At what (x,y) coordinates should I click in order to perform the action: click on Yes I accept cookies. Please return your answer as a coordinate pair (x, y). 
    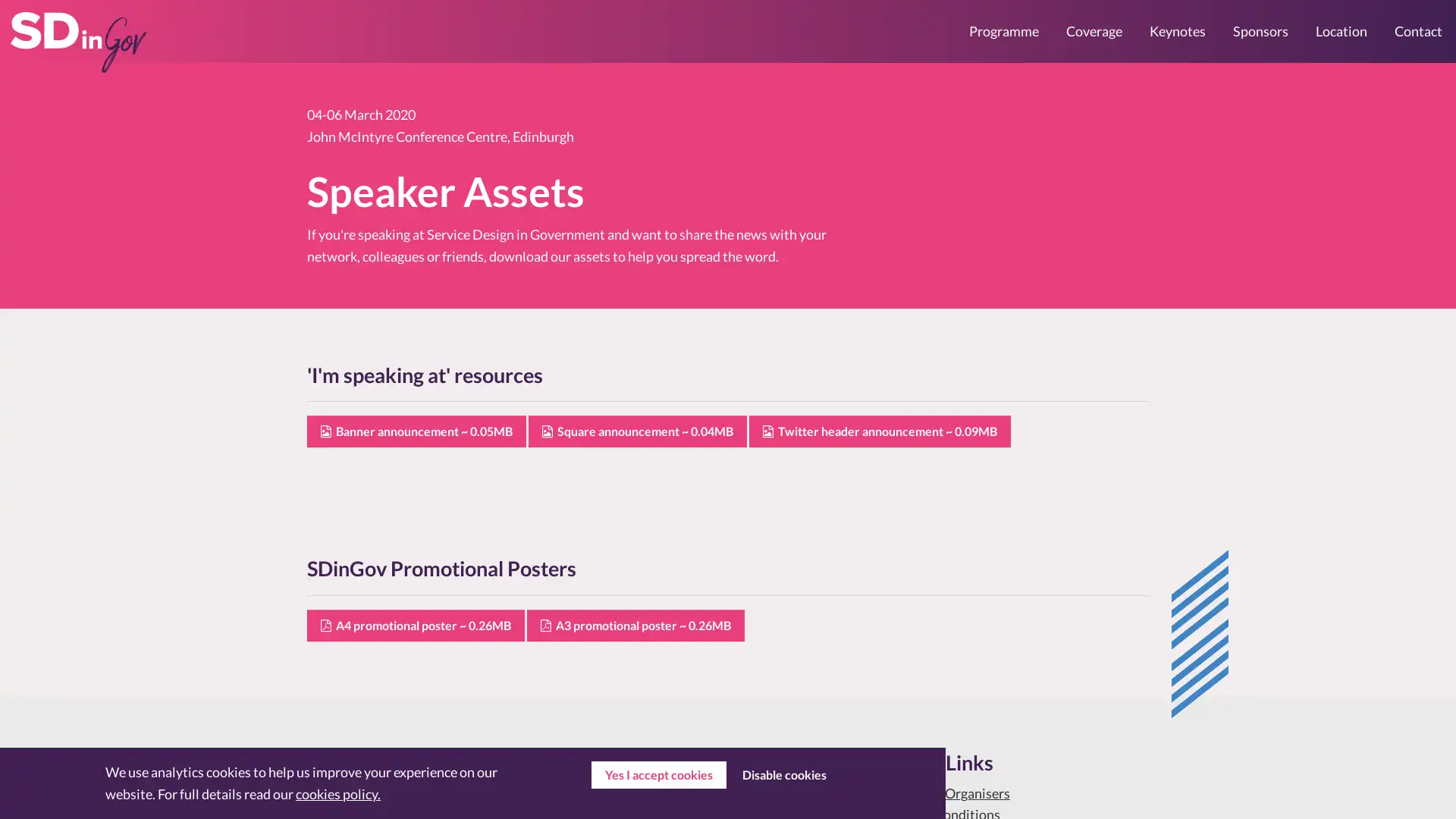
    Looking at the image, I should click on (658, 775).